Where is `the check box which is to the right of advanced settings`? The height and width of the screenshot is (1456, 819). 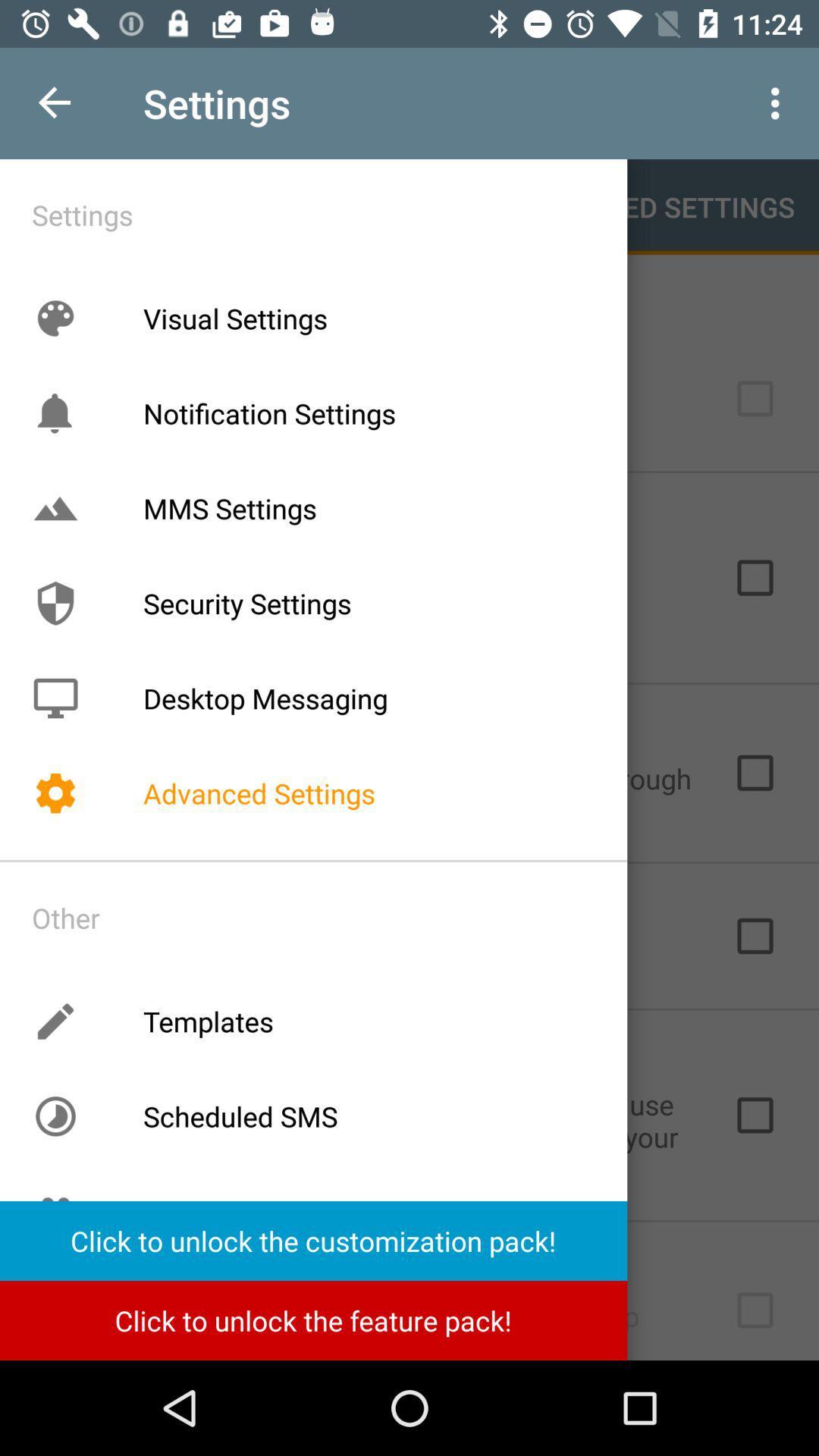 the check box which is to the right of advanced settings is located at coordinates (755, 772).